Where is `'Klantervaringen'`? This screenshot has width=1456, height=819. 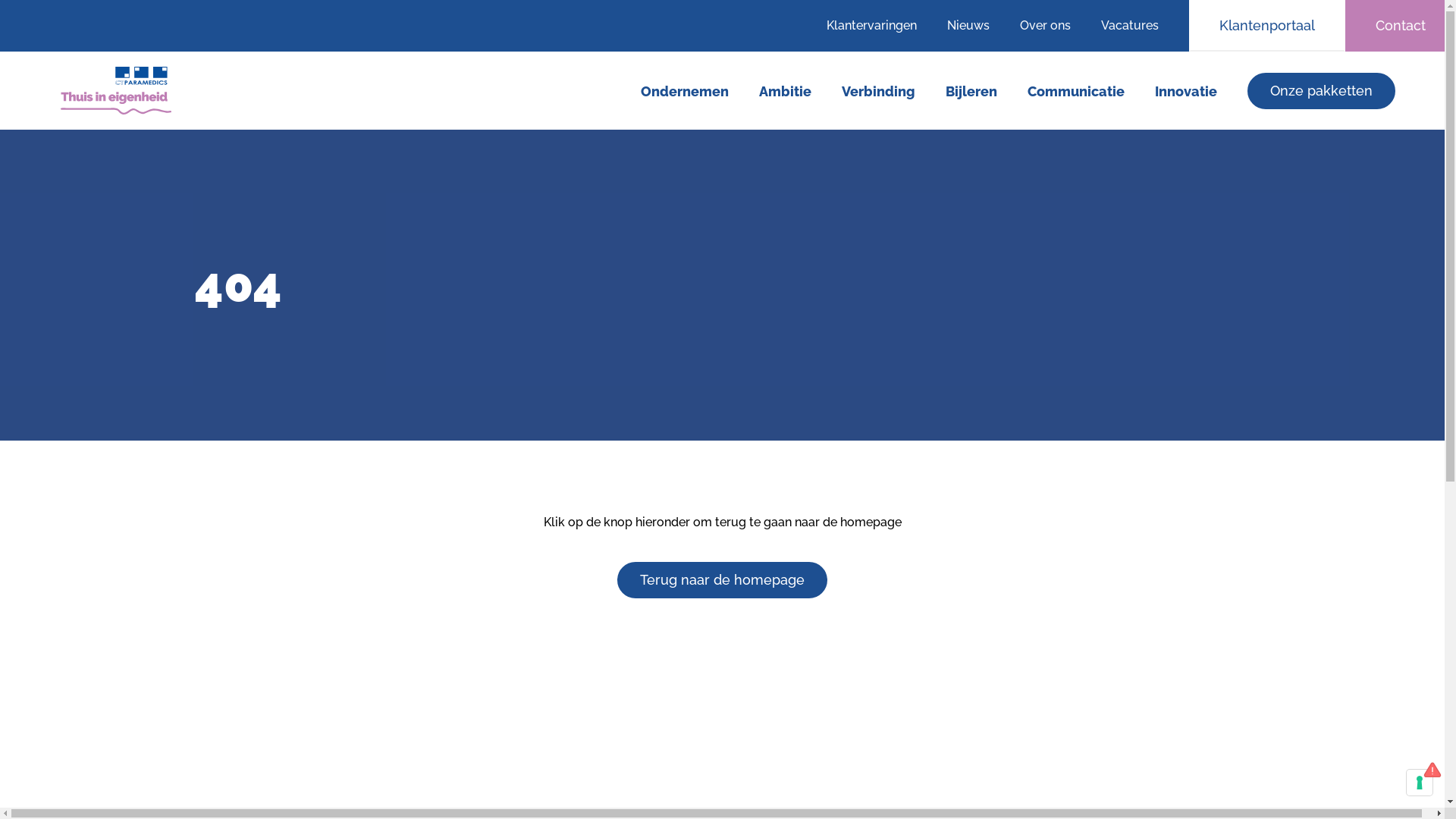
'Klantervaringen' is located at coordinates (879, 26).